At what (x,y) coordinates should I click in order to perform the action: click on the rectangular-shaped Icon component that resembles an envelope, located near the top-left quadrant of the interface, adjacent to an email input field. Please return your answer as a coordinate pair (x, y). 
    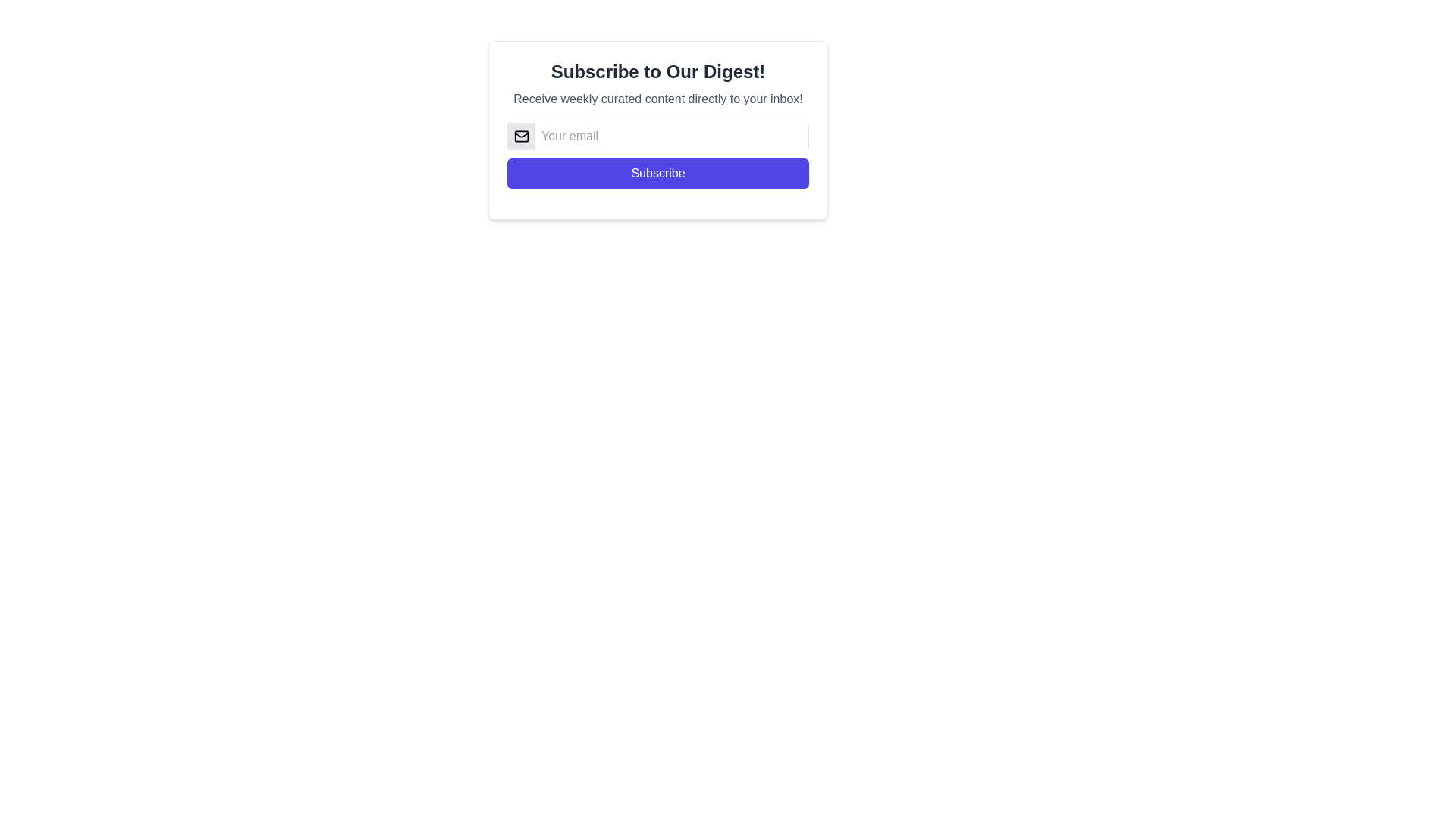
    Looking at the image, I should click on (521, 136).